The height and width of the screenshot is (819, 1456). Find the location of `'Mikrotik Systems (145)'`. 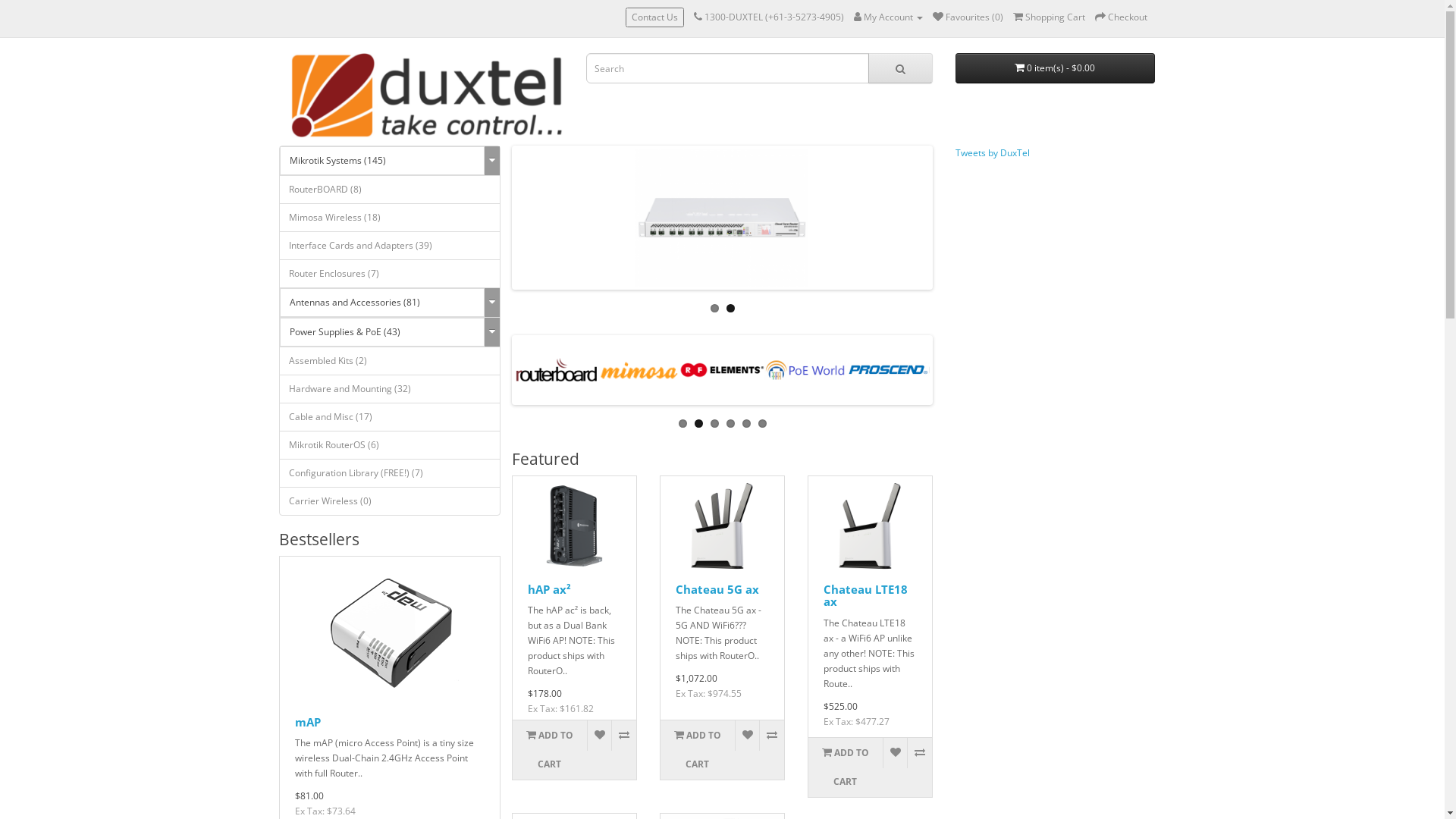

'Mikrotik Systems (145)' is located at coordinates (381, 161).